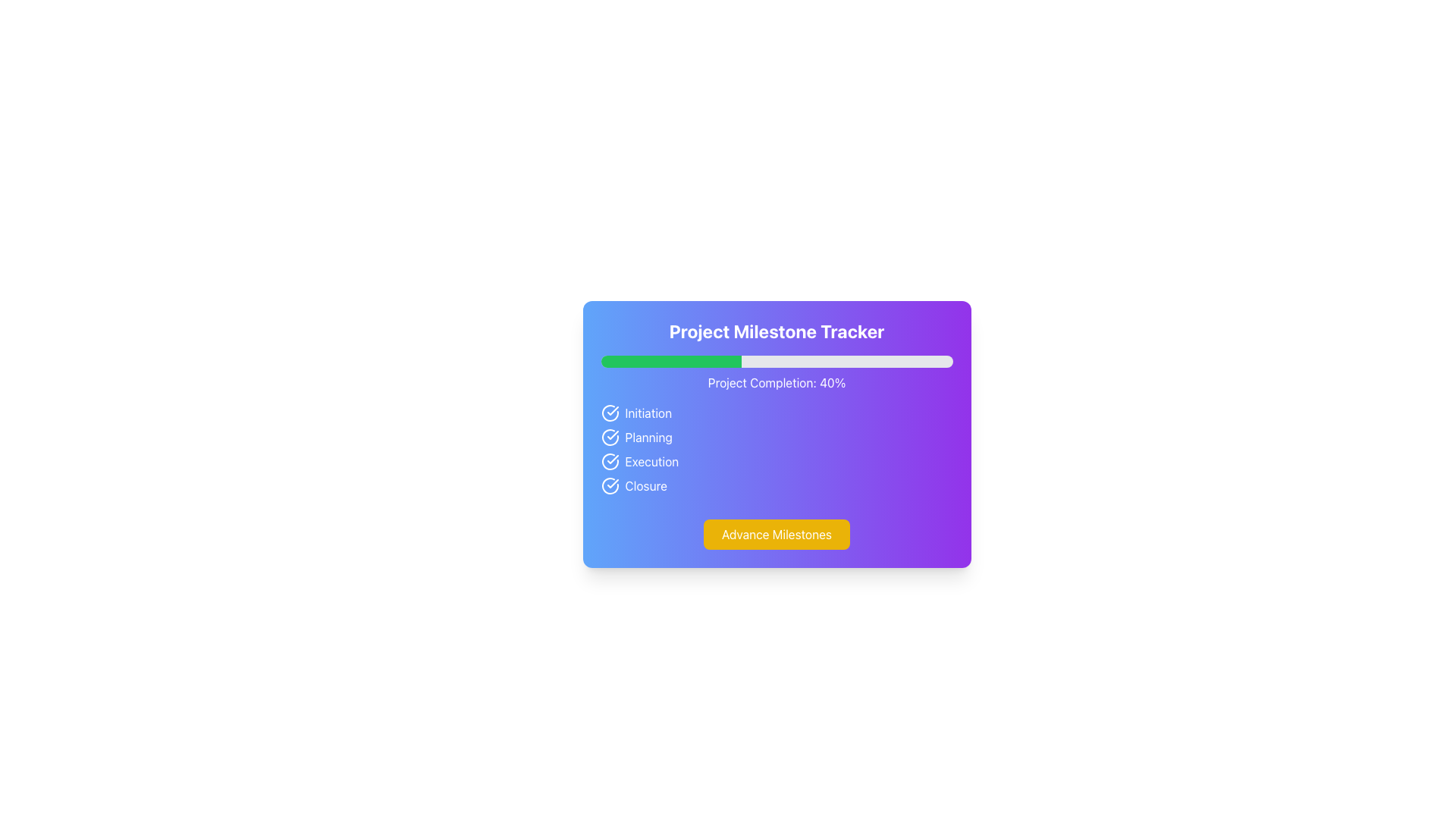 This screenshot has height=819, width=1456. Describe the element at coordinates (777, 330) in the screenshot. I see `the large, bold, white text saying 'Project Milestone Tracker' located at the top-center of its rounded rectangular card with a gradient background` at that location.